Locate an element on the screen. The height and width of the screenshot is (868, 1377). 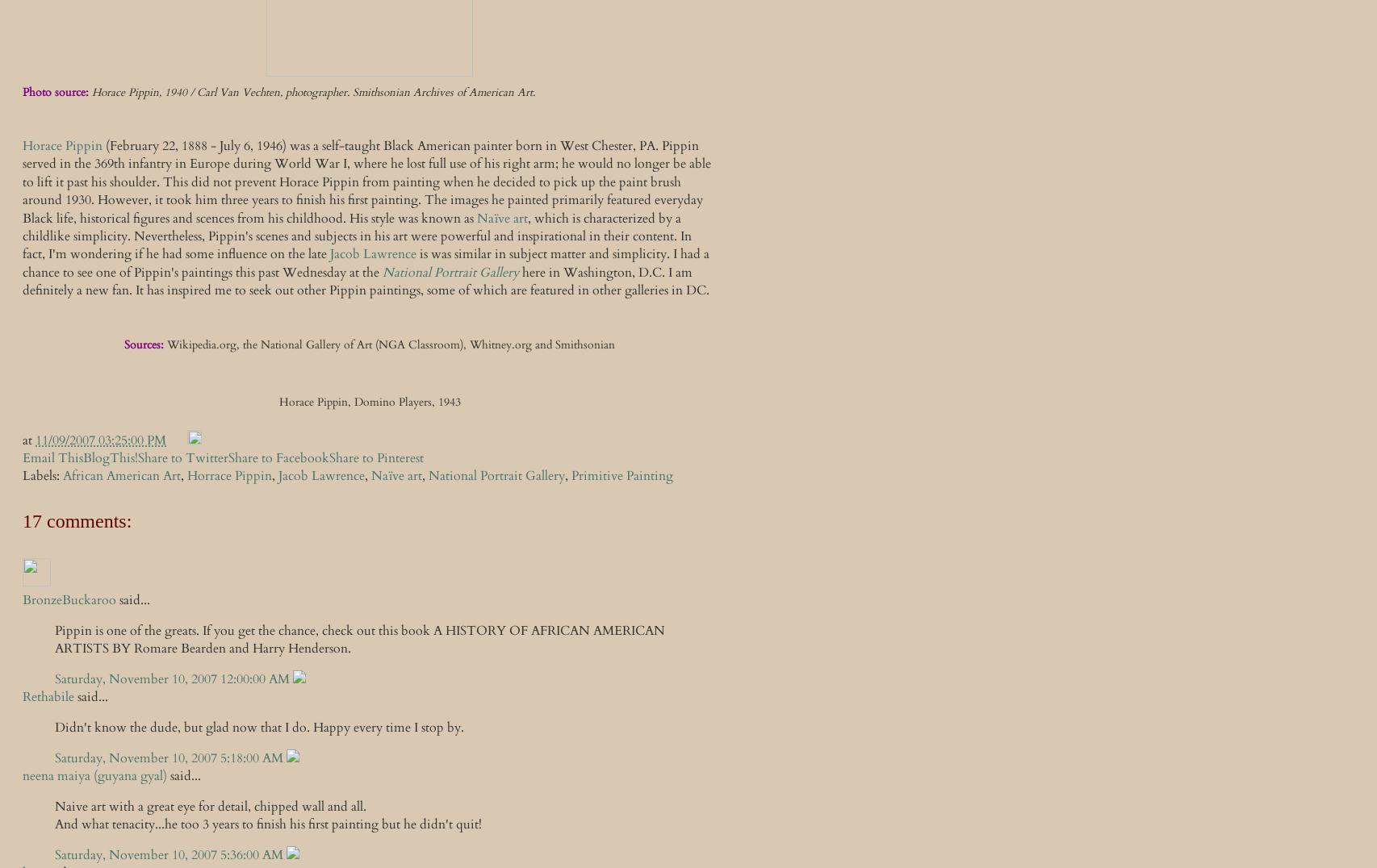
'Share to Pinterest' is located at coordinates (375, 457).